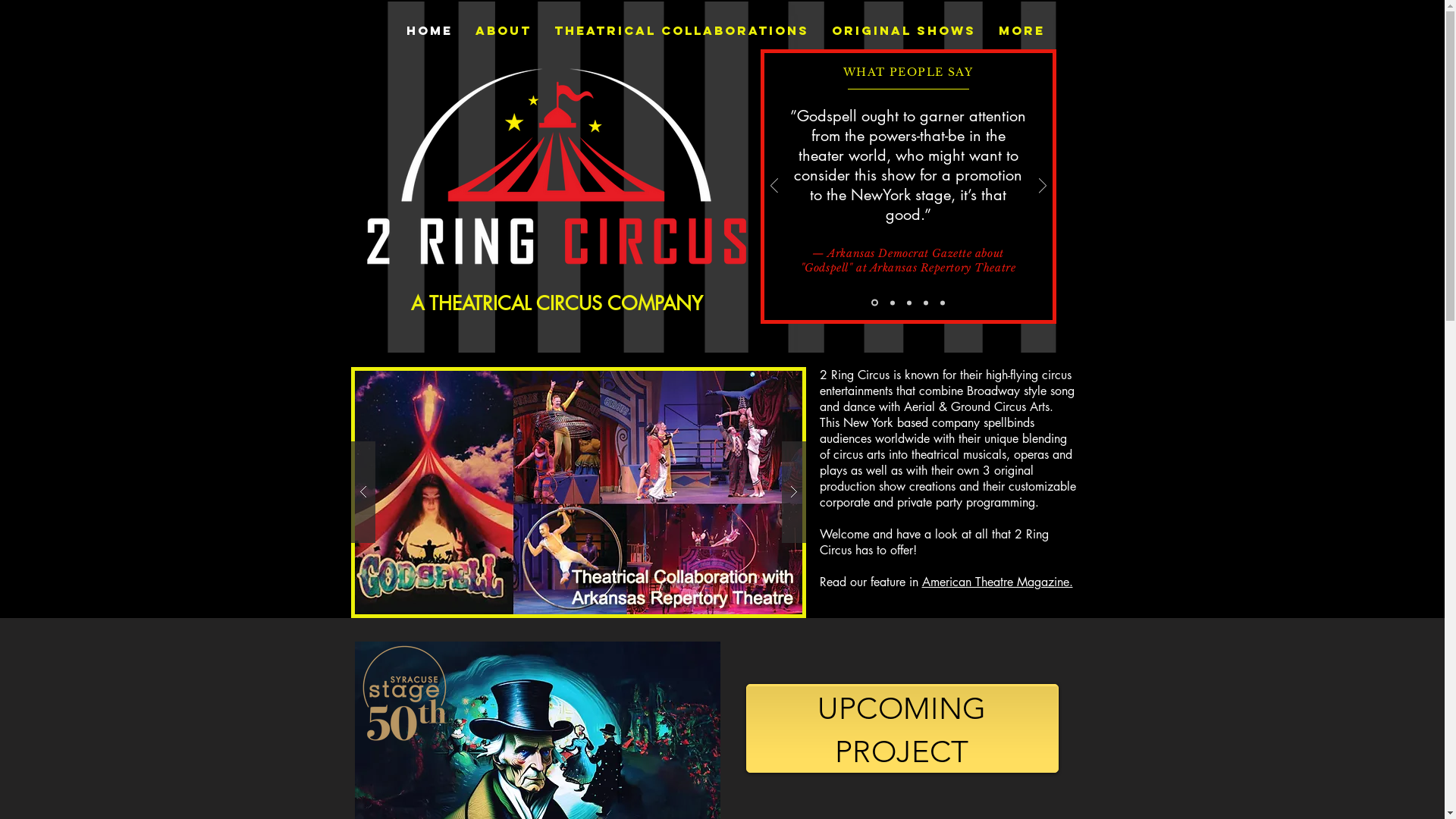 Image resolution: width=1456 pixels, height=819 pixels. Describe the element at coordinates (556, 303) in the screenshot. I see `'A THEATRICAL CIRCUS COMPANY'` at that location.